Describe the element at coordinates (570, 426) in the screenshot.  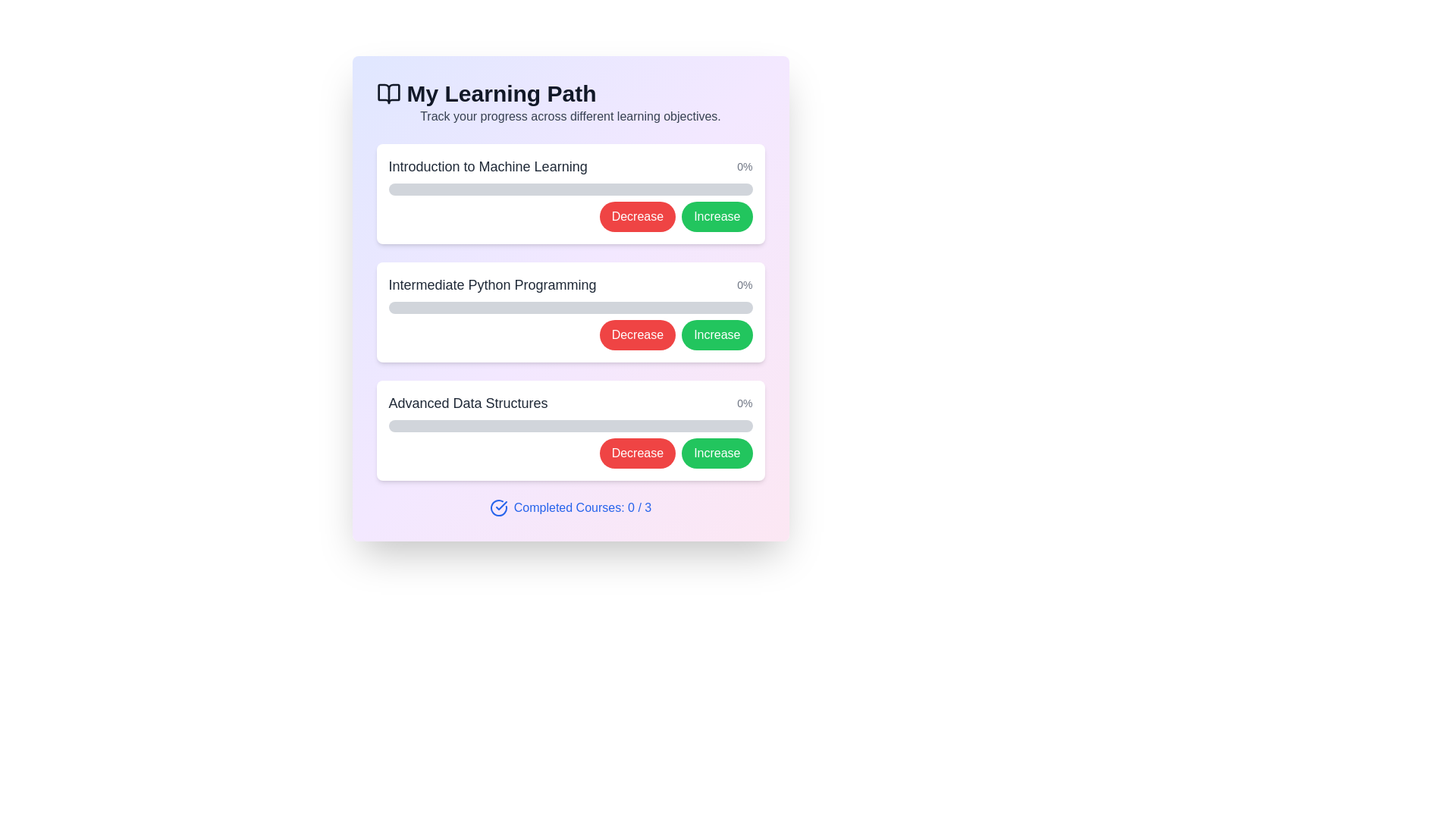
I see `the third progress bar located in the 'Advanced Data Structures' section, which visually represents progress and is positioned above the 'Decrease' and 'Increase' buttons` at that location.